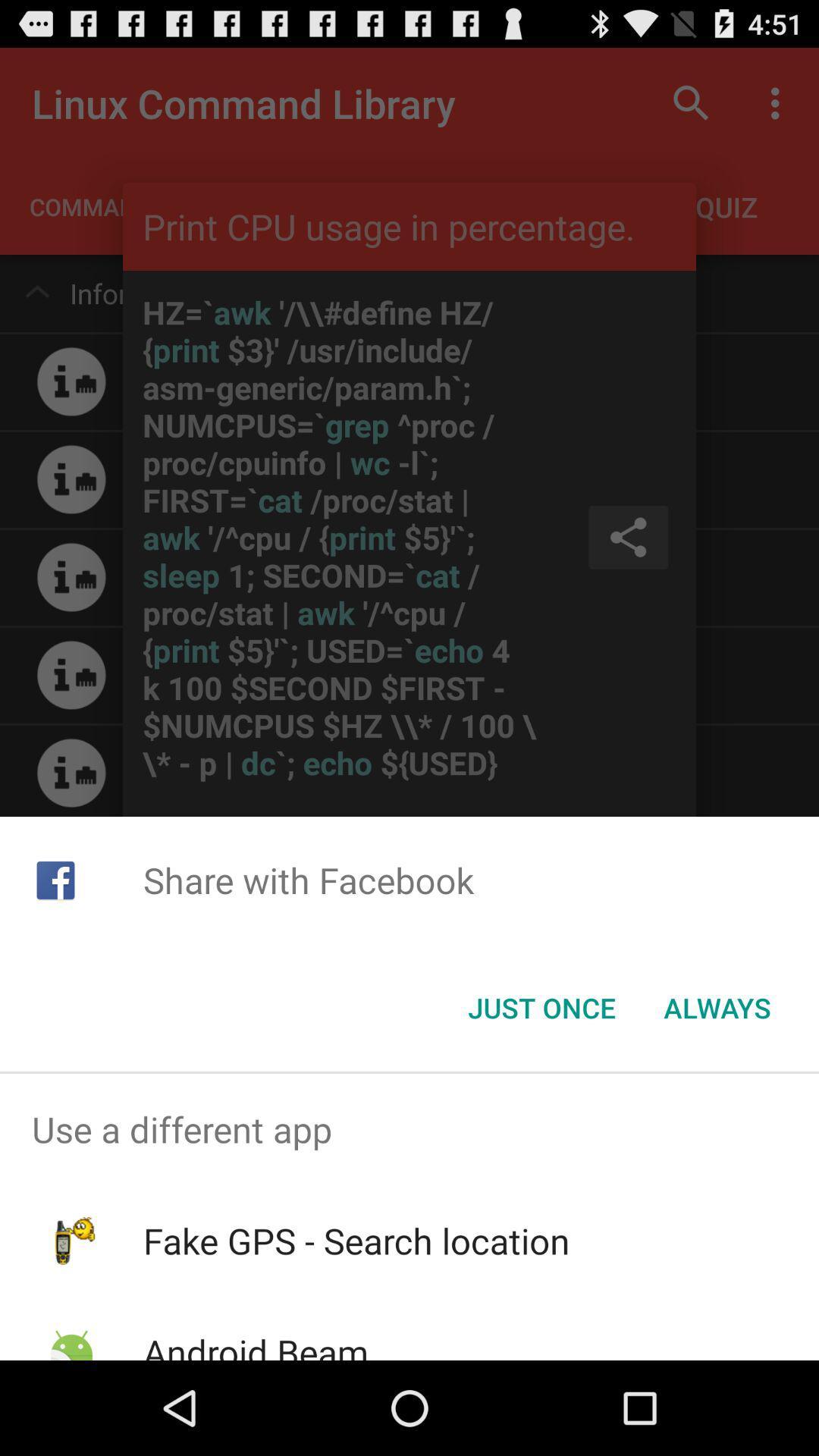 This screenshot has width=819, height=1456. I want to click on icon to the right of just once button, so click(717, 1008).